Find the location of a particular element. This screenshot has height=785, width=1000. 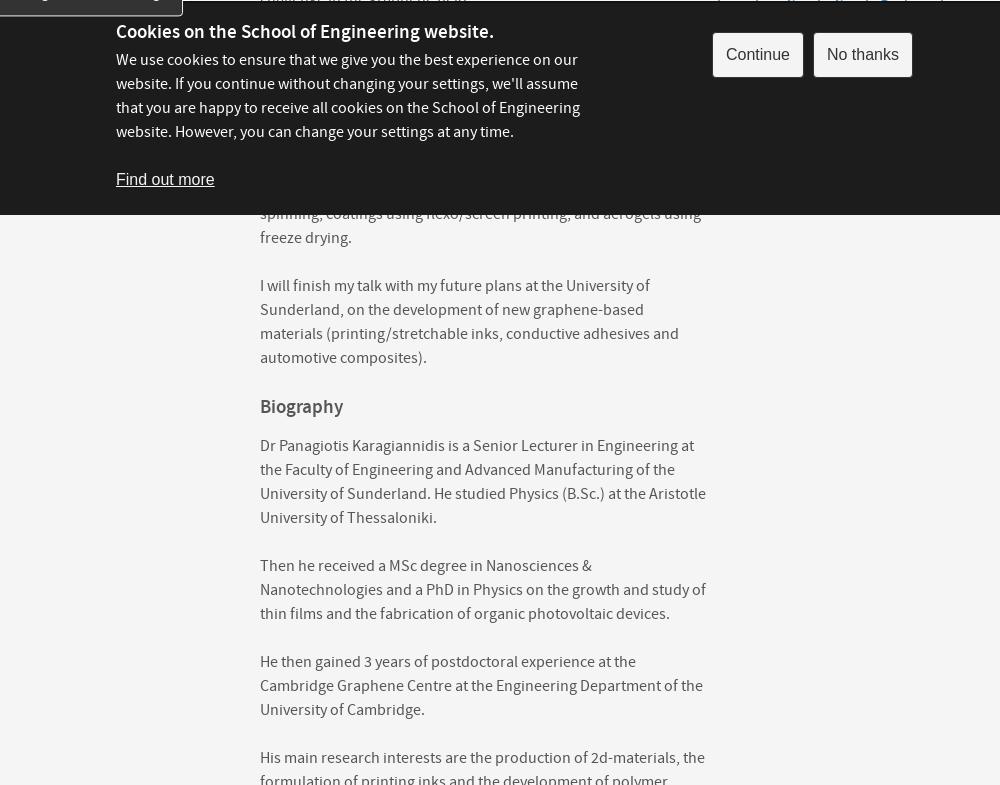

'He then gained 3 years of postdoctoral experience at the Cambridge Graphene Centre at the Engineering Department of the University of Cambridge.' is located at coordinates (480, 686).